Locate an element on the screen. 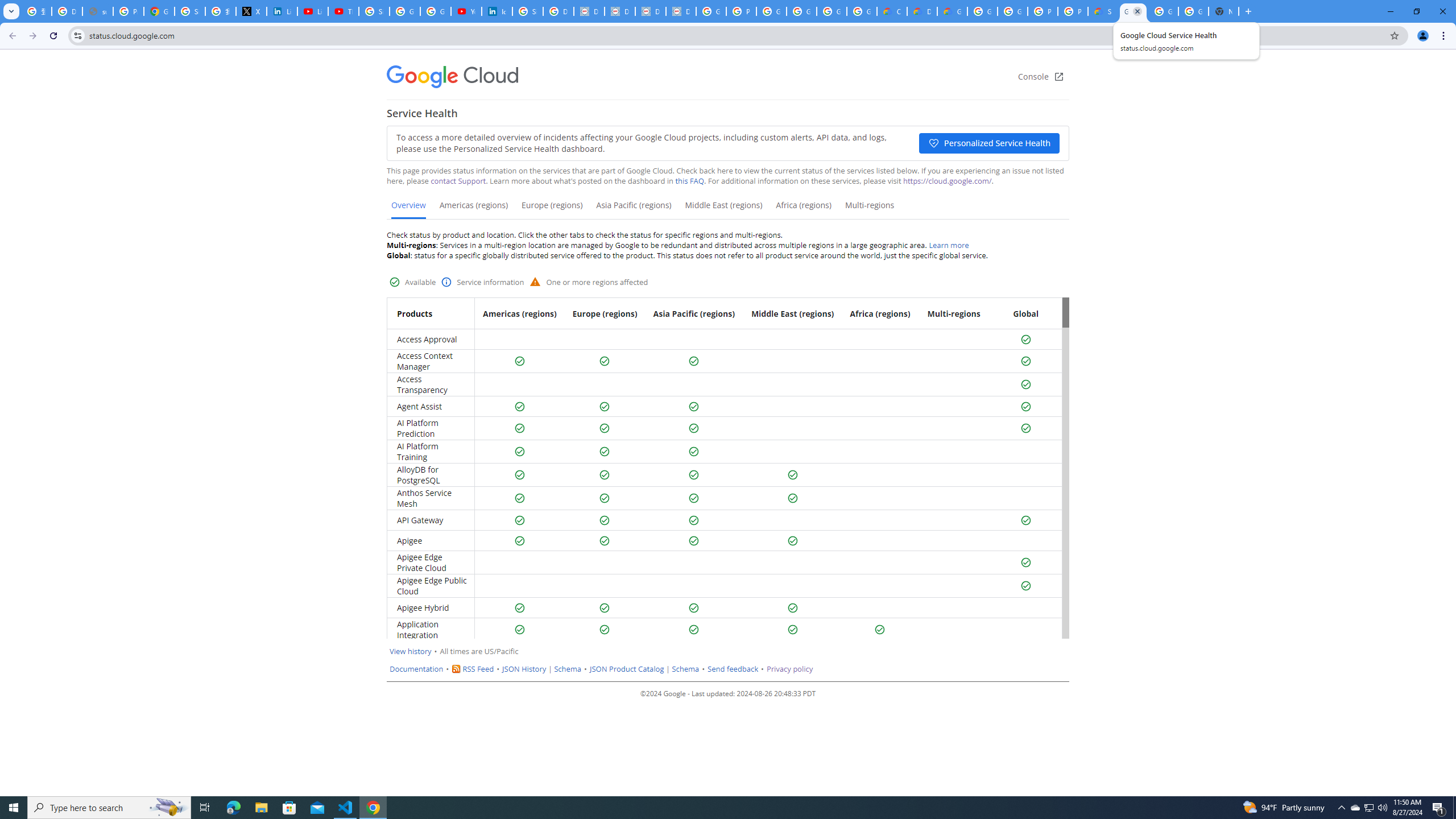  'LinkedIn Privacy Policy' is located at coordinates (282, 11).